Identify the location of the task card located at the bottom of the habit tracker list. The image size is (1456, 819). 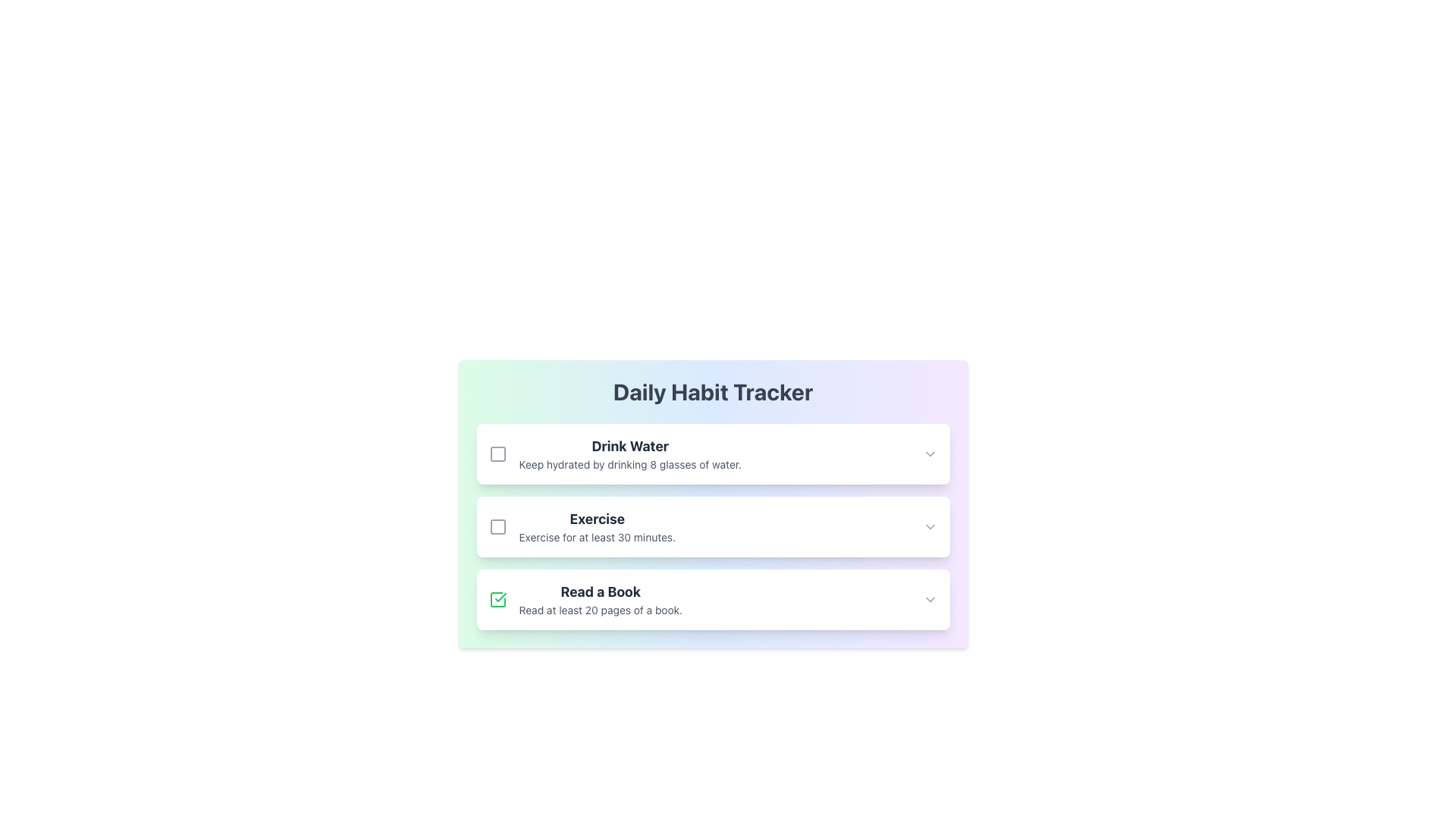
(712, 598).